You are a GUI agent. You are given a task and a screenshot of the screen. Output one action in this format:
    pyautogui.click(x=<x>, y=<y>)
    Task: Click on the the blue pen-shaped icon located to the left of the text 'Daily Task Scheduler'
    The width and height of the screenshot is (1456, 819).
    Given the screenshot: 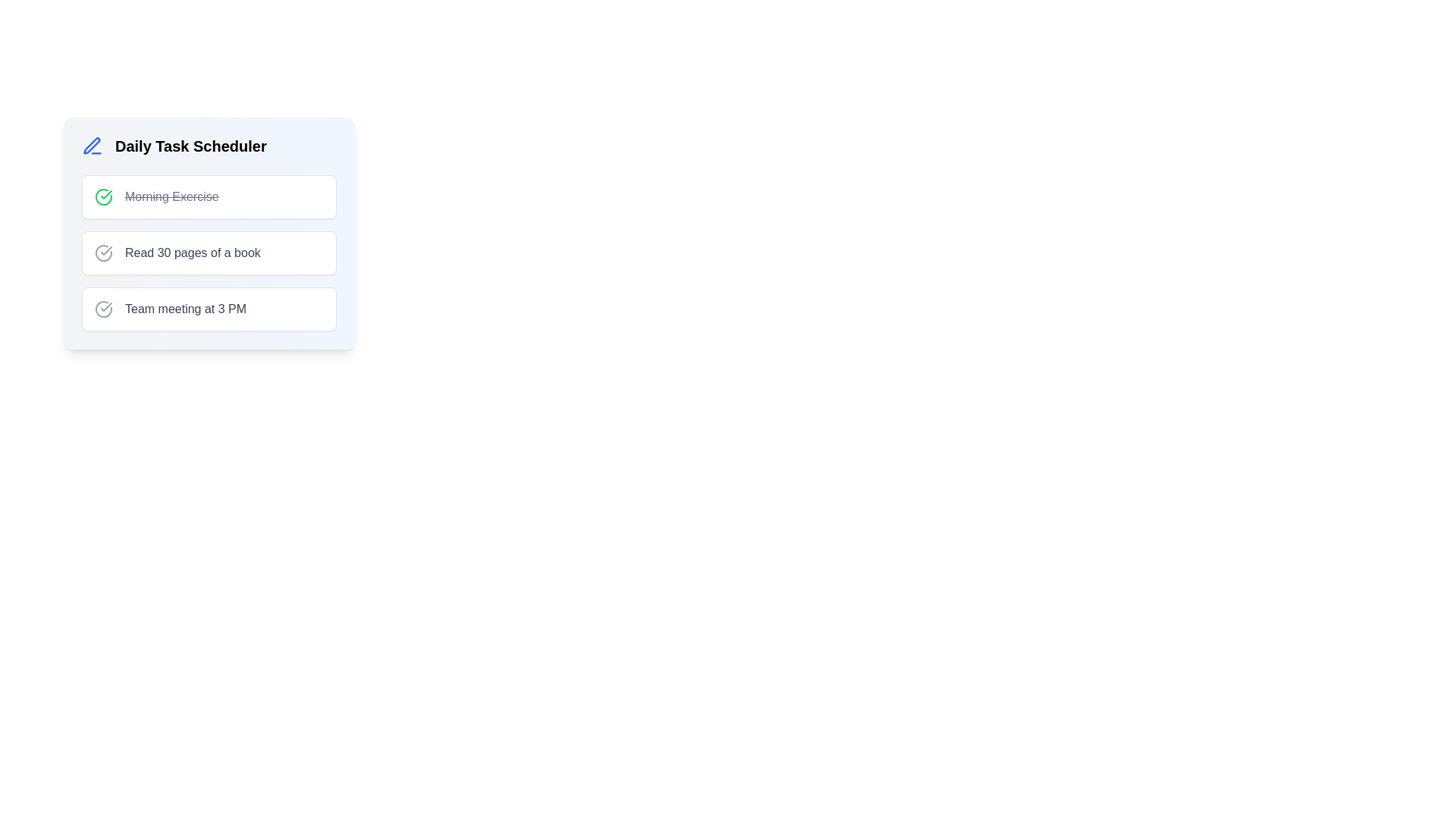 What is the action you would take?
    pyautogui.click(x=91, y=146)
    